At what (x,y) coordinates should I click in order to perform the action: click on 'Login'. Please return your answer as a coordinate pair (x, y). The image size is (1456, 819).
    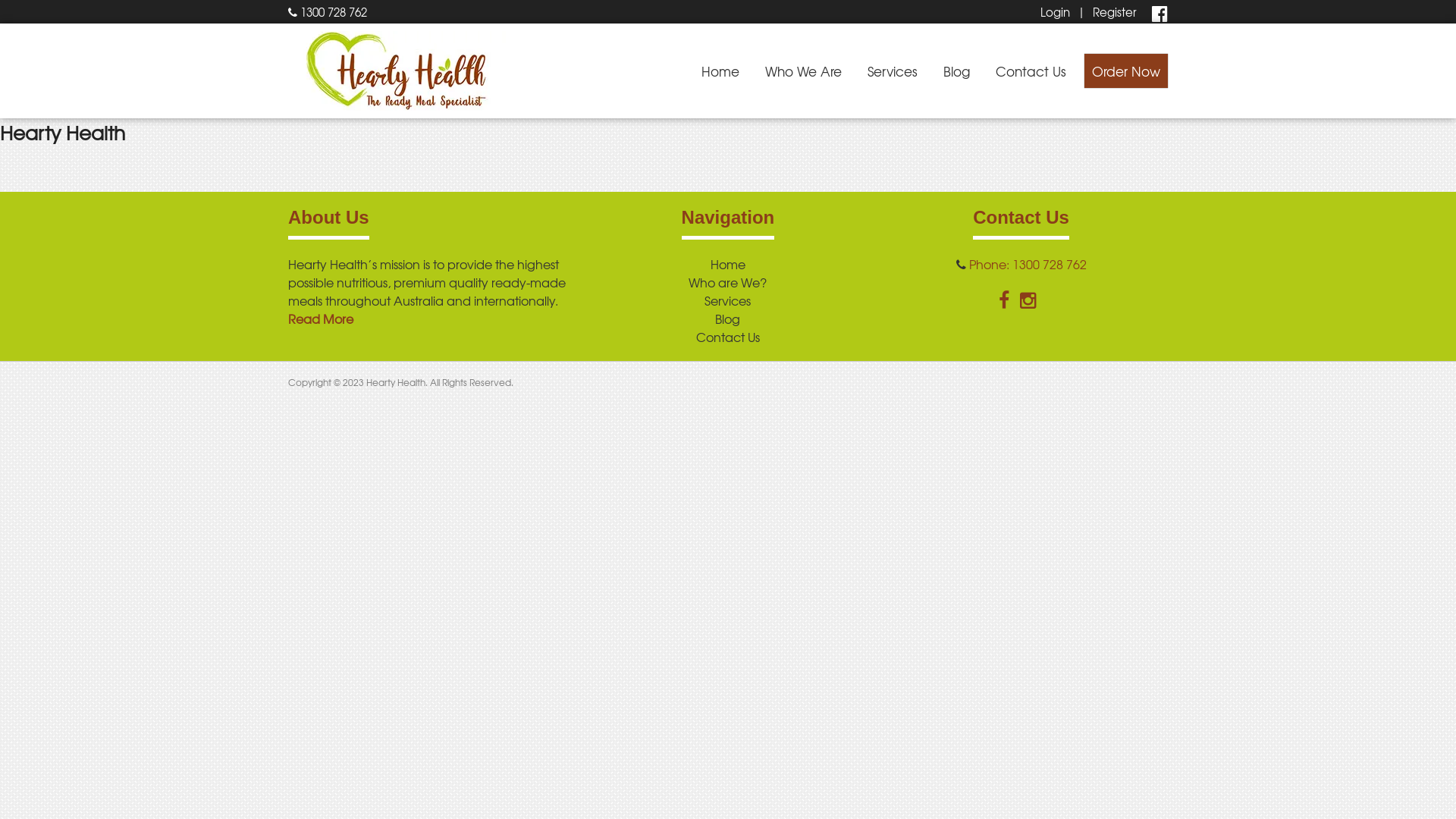
    Looking at the image, I should click on (1054, 11).